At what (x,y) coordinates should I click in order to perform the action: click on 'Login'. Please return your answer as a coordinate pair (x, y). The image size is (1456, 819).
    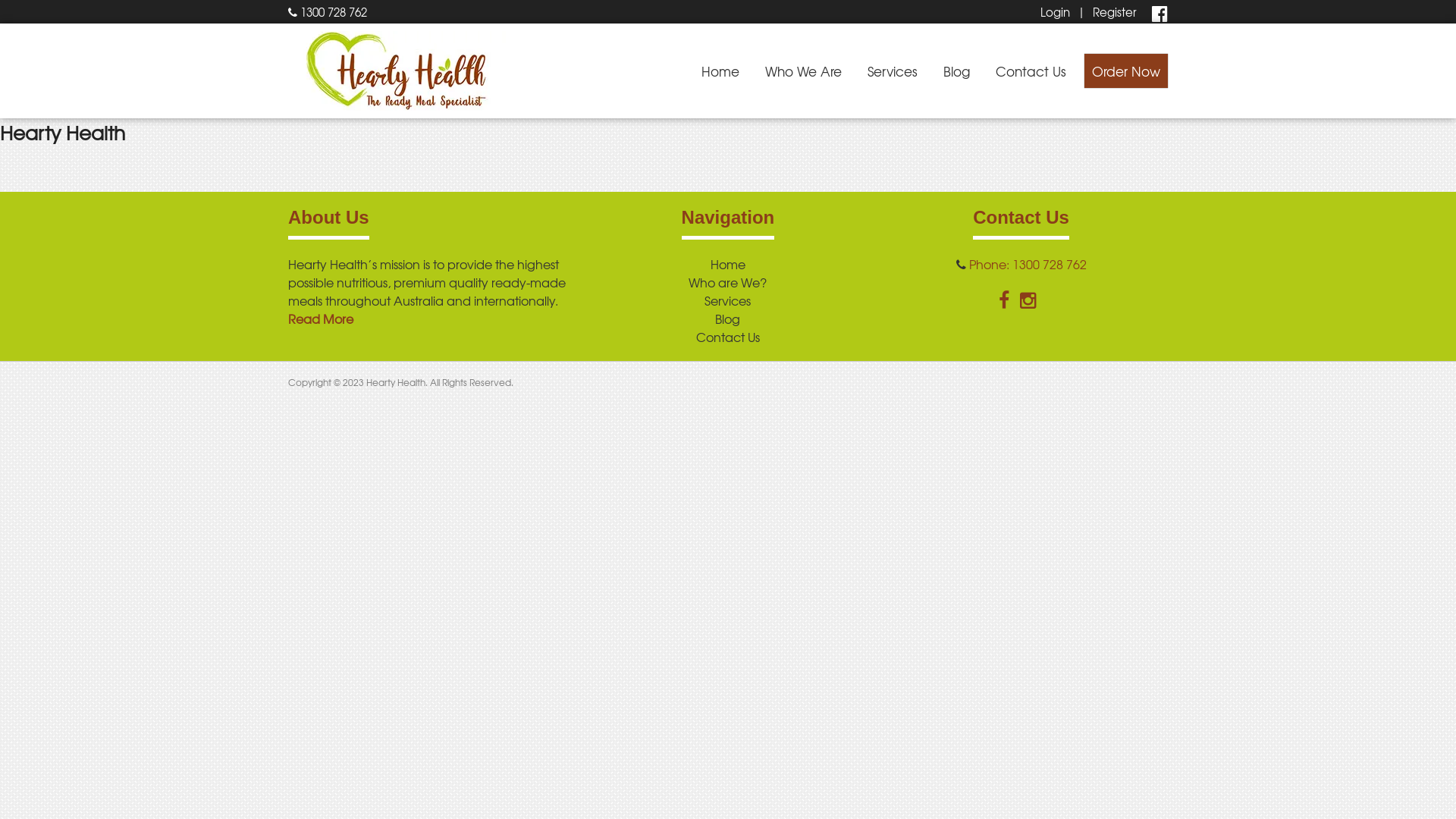
    Looking at the image, I should click on (1054, 11).